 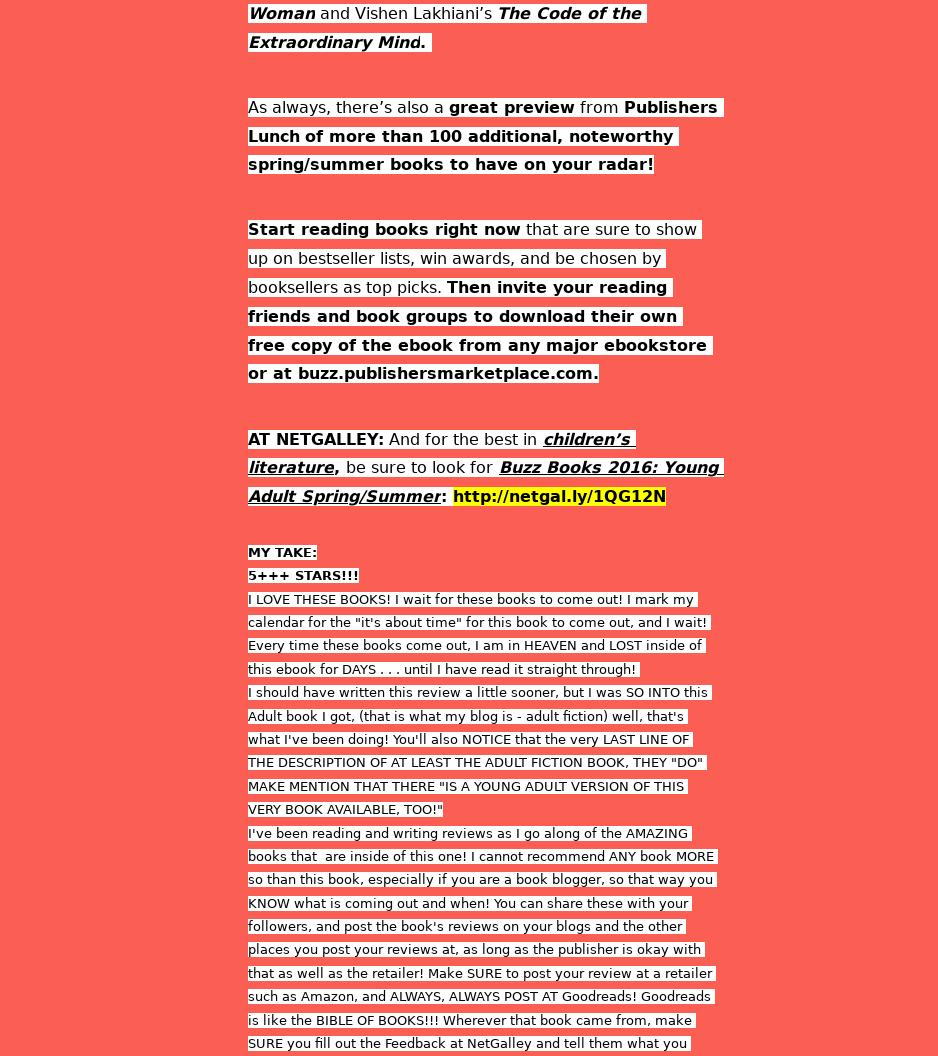 I want to click on 'that are sure to show up on bestseller lists, win awards, and be chosen by booksellers as top picks.', so click(x=475, y=257).